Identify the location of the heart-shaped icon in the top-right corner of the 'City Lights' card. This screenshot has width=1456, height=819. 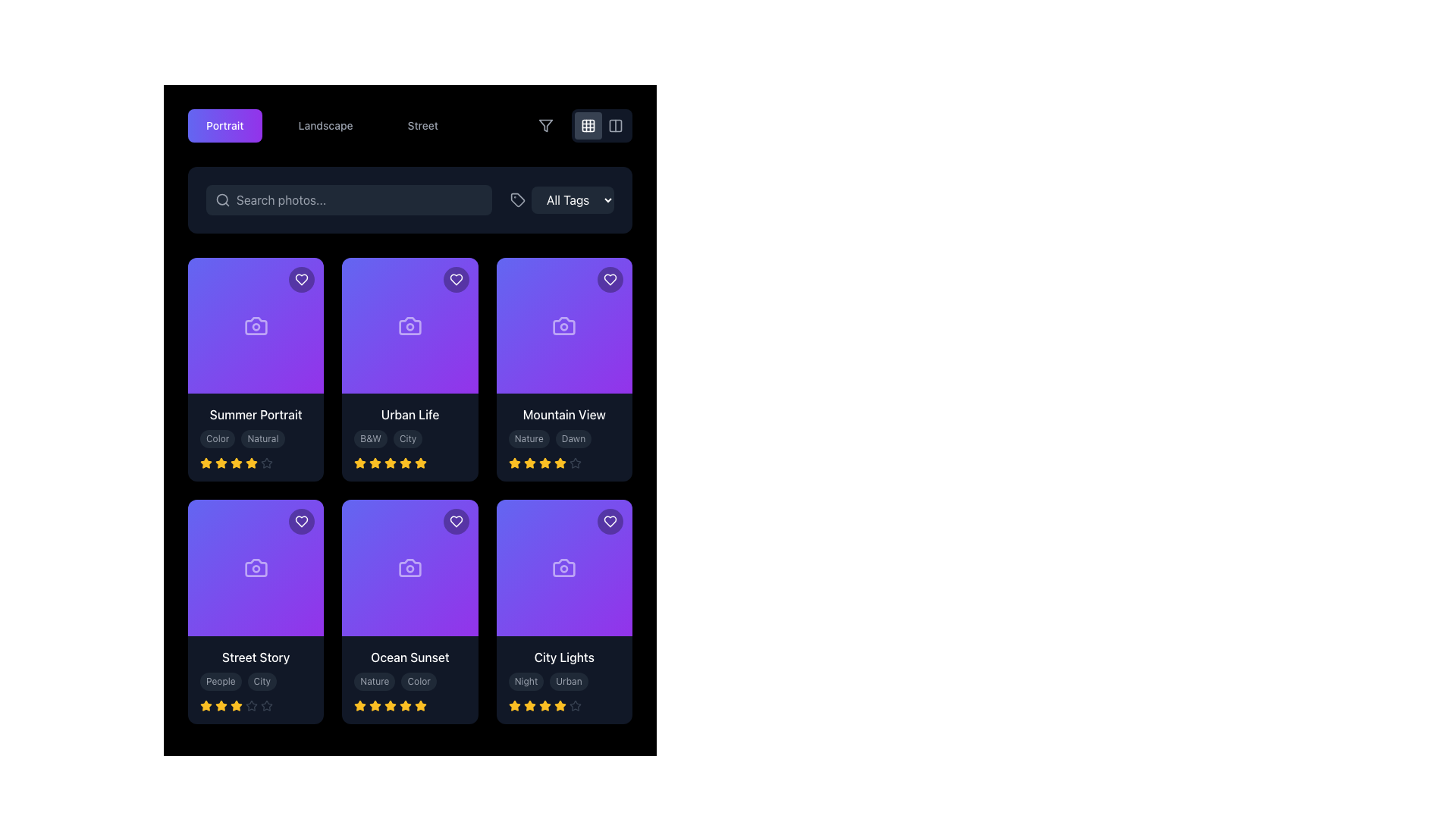
(610, 521).